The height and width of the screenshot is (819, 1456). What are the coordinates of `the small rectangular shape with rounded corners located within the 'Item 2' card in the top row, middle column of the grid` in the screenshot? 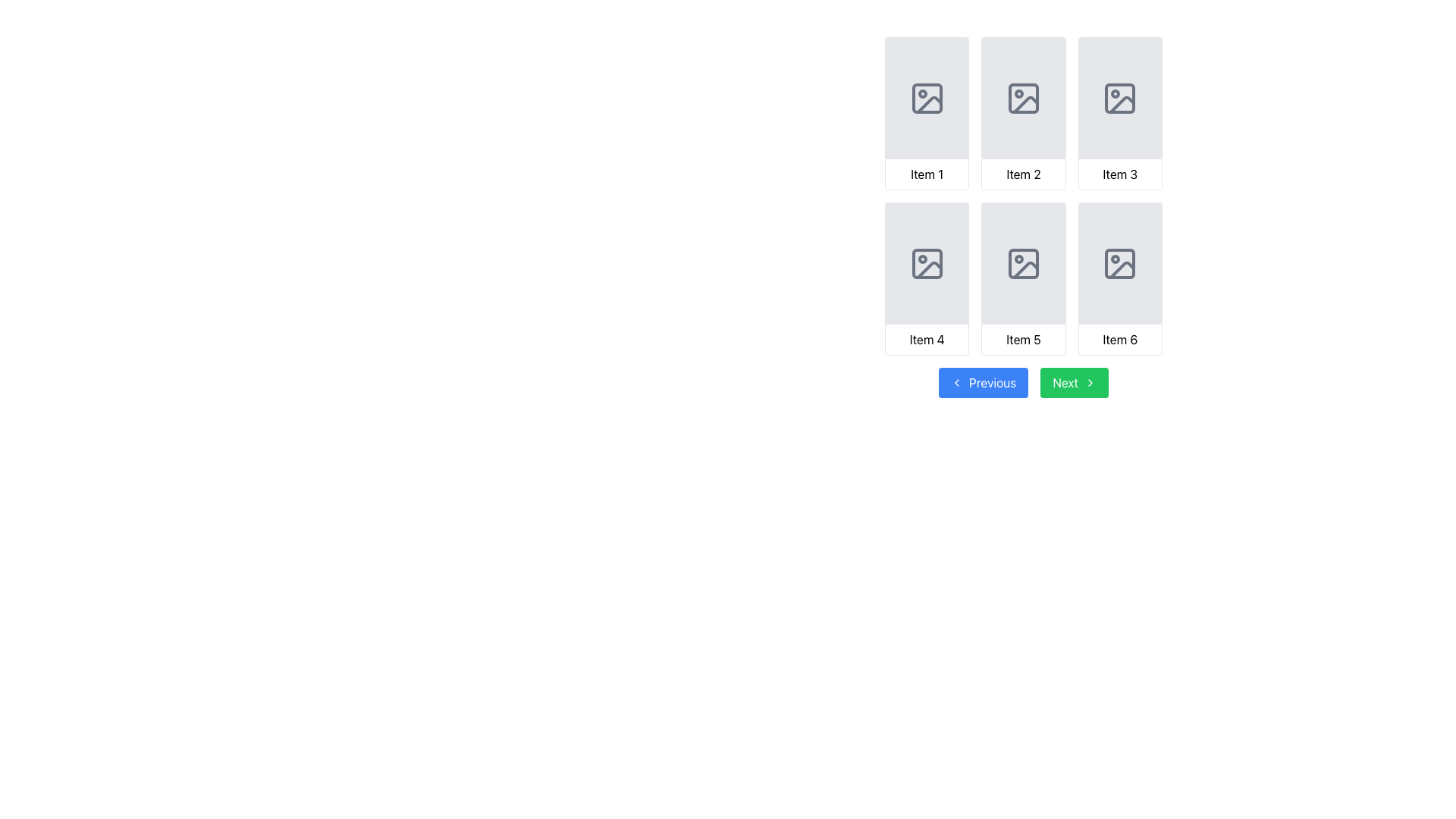 It's located at (1023, 99).